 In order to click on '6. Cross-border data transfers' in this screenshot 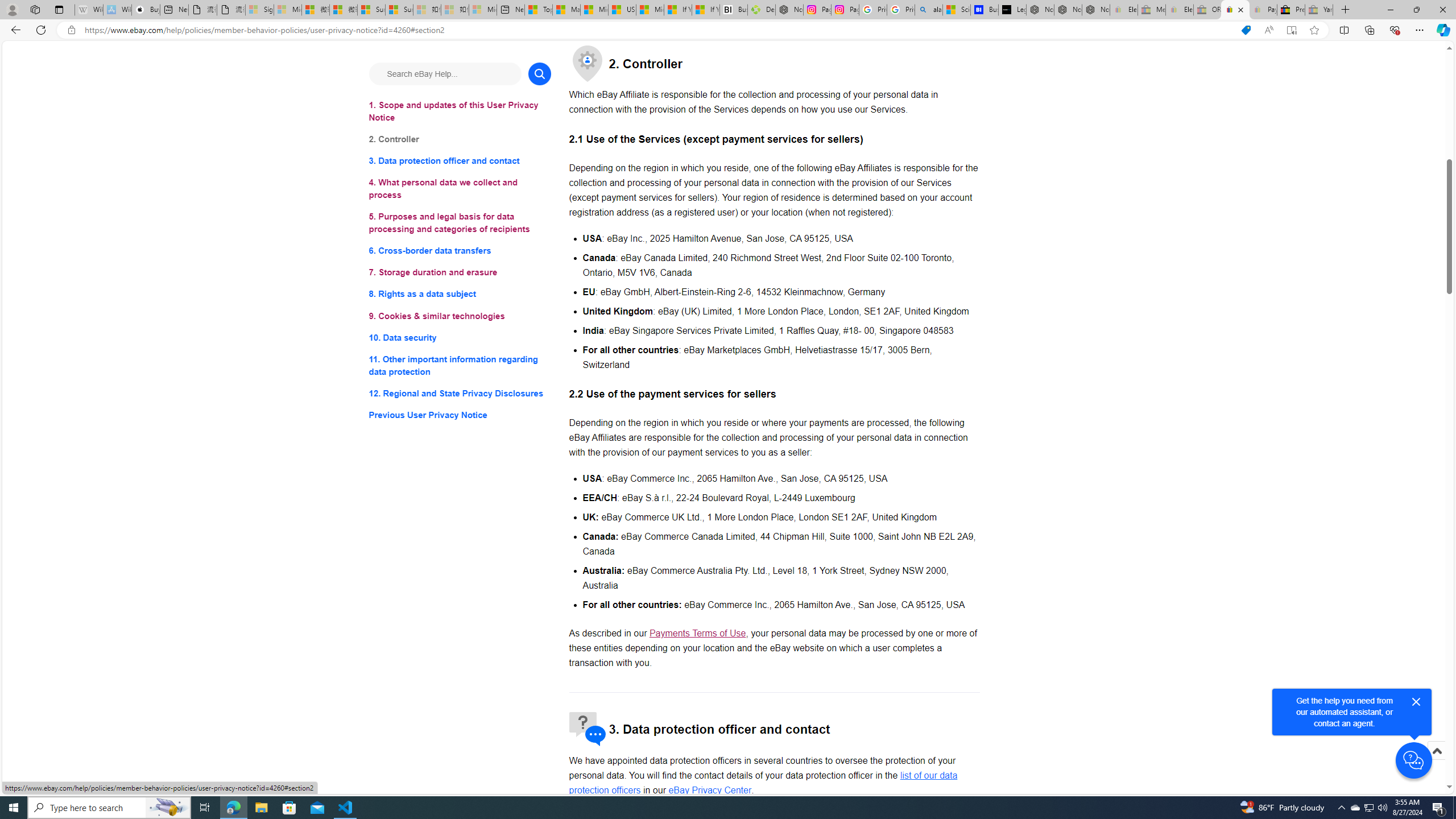, I will do `click(459, 251)`.